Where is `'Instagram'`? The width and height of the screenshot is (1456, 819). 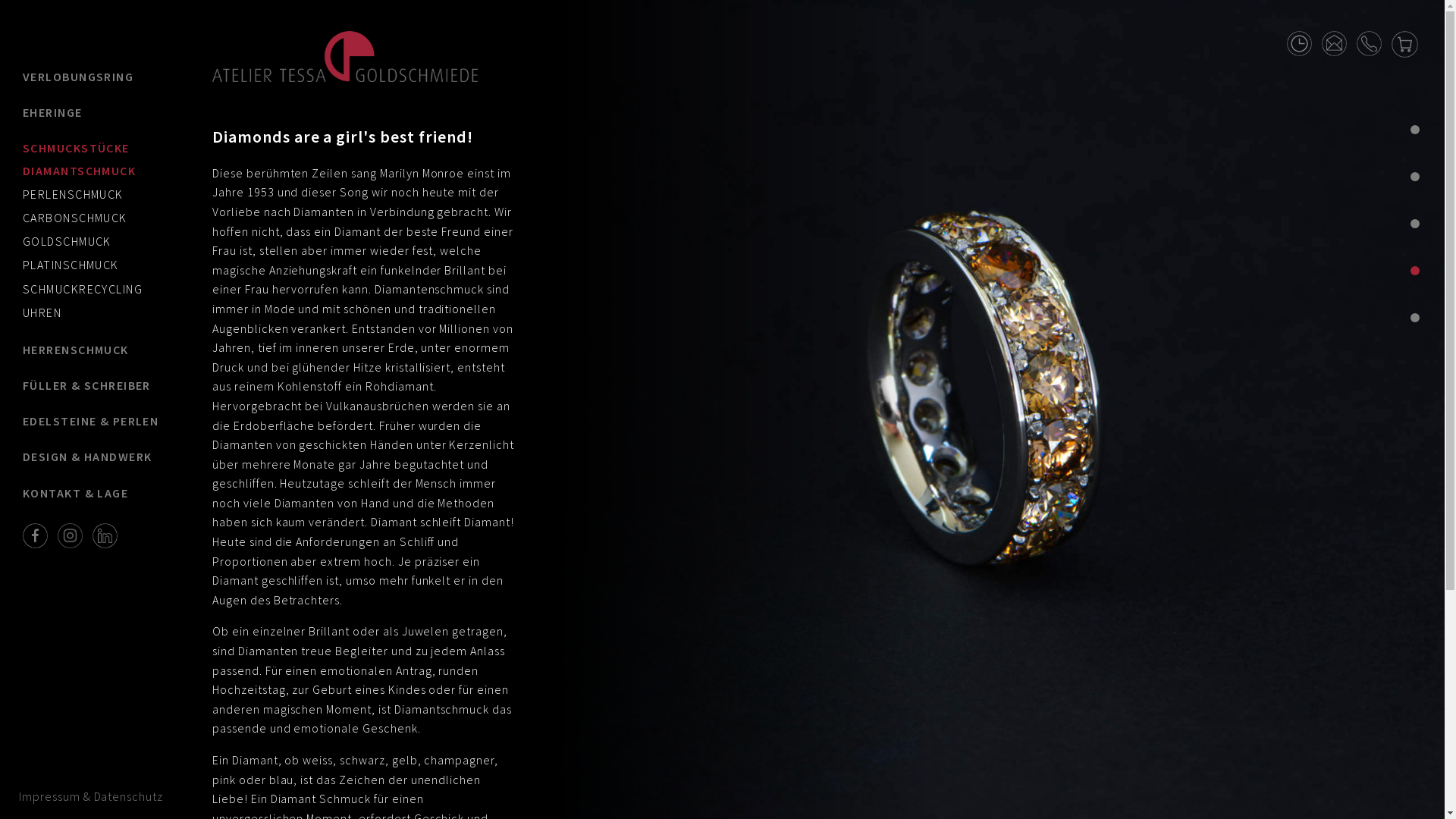
'Instagram' is located at coordinates (69, 533).